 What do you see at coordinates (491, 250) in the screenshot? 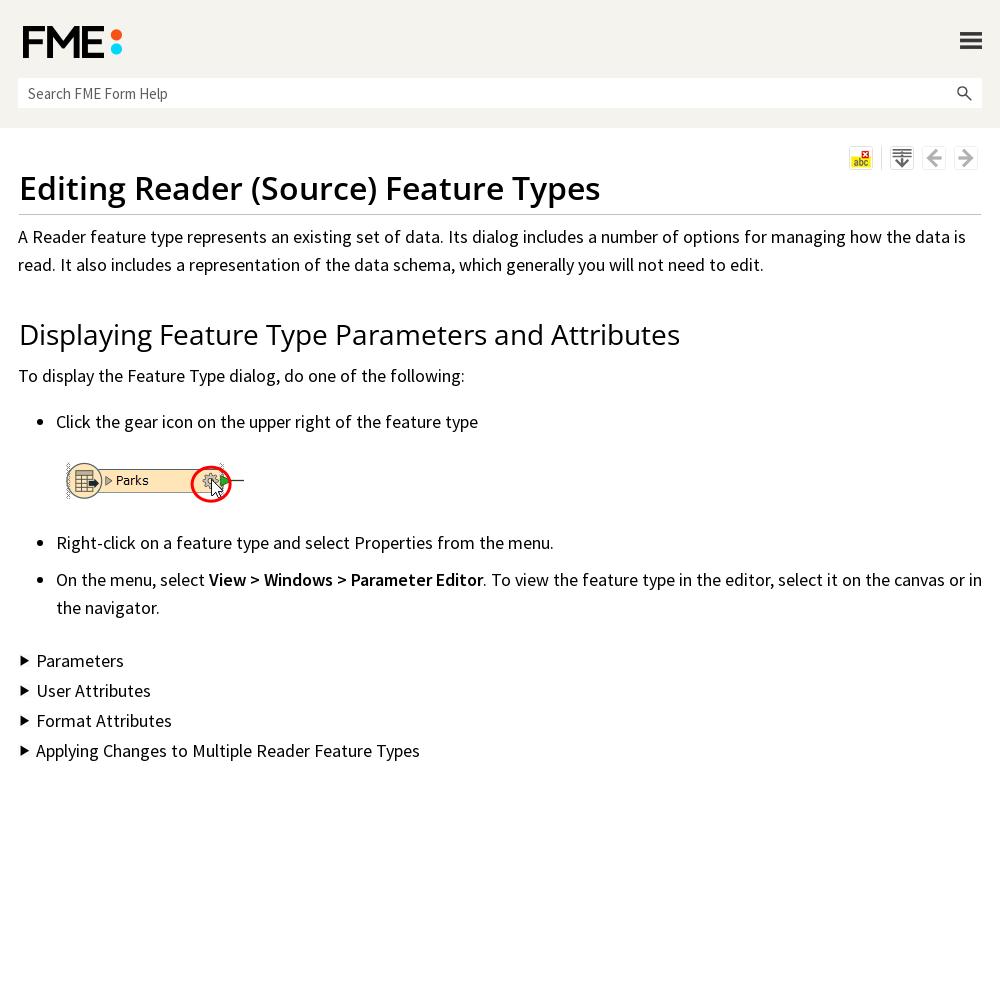
I see `'A Reader feature type represents an existing set of data. Its dialog includes a
number of options for managing how the data is read. It also includes a
representation of the data schema, which generally you will not need to edit.'` at bounding box center [491, 250].